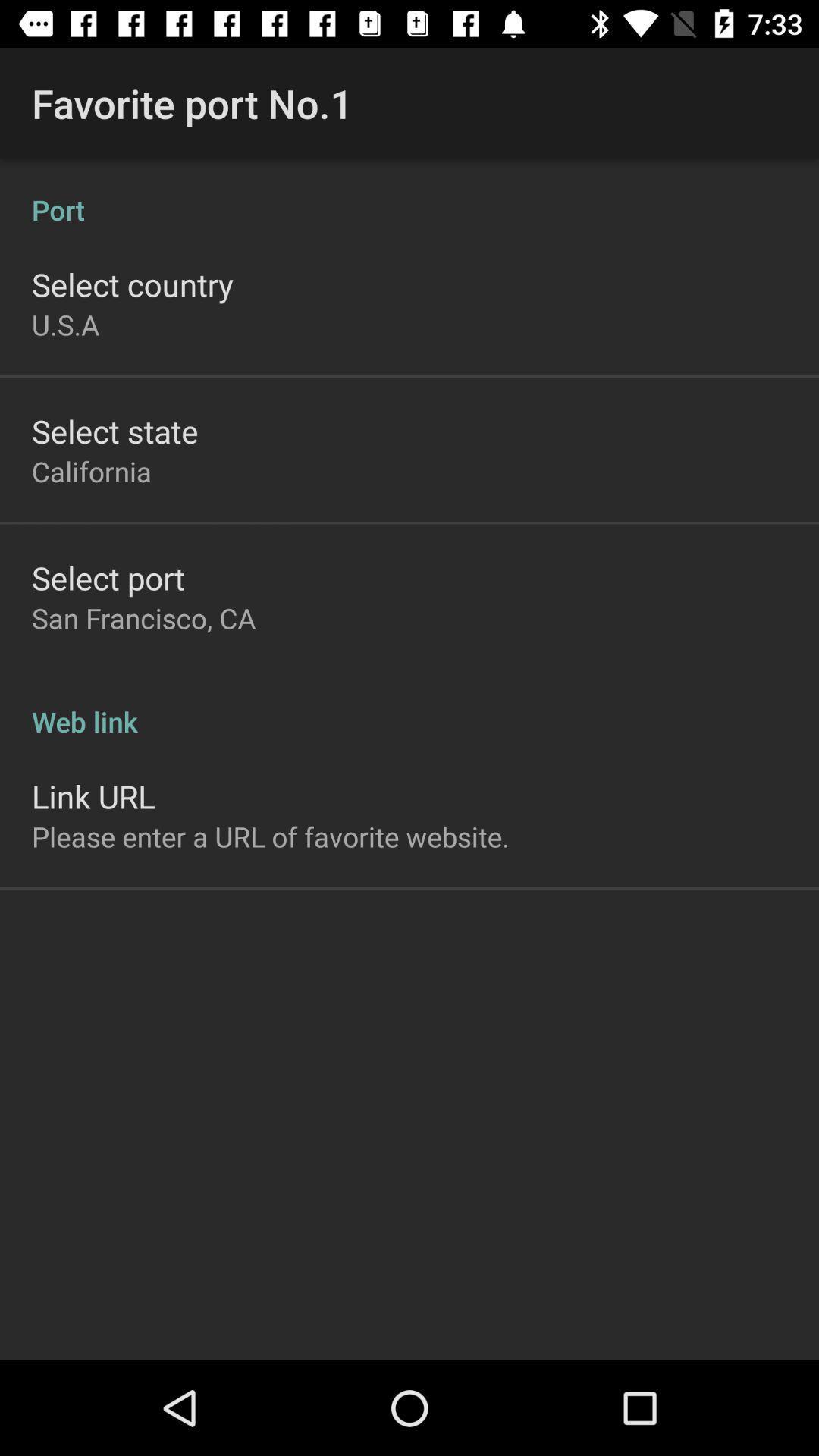  I want to click on san francisco, ca app, so click(143, 618).